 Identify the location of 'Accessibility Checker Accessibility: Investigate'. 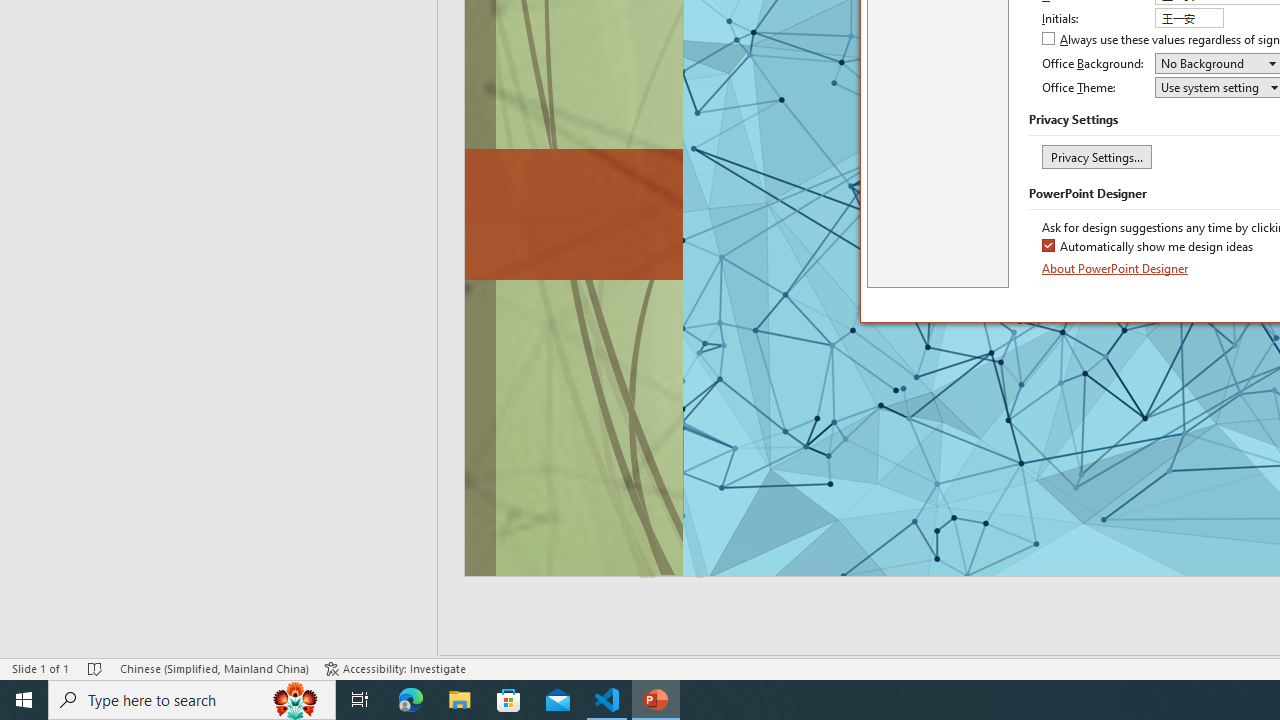
(395, 669).